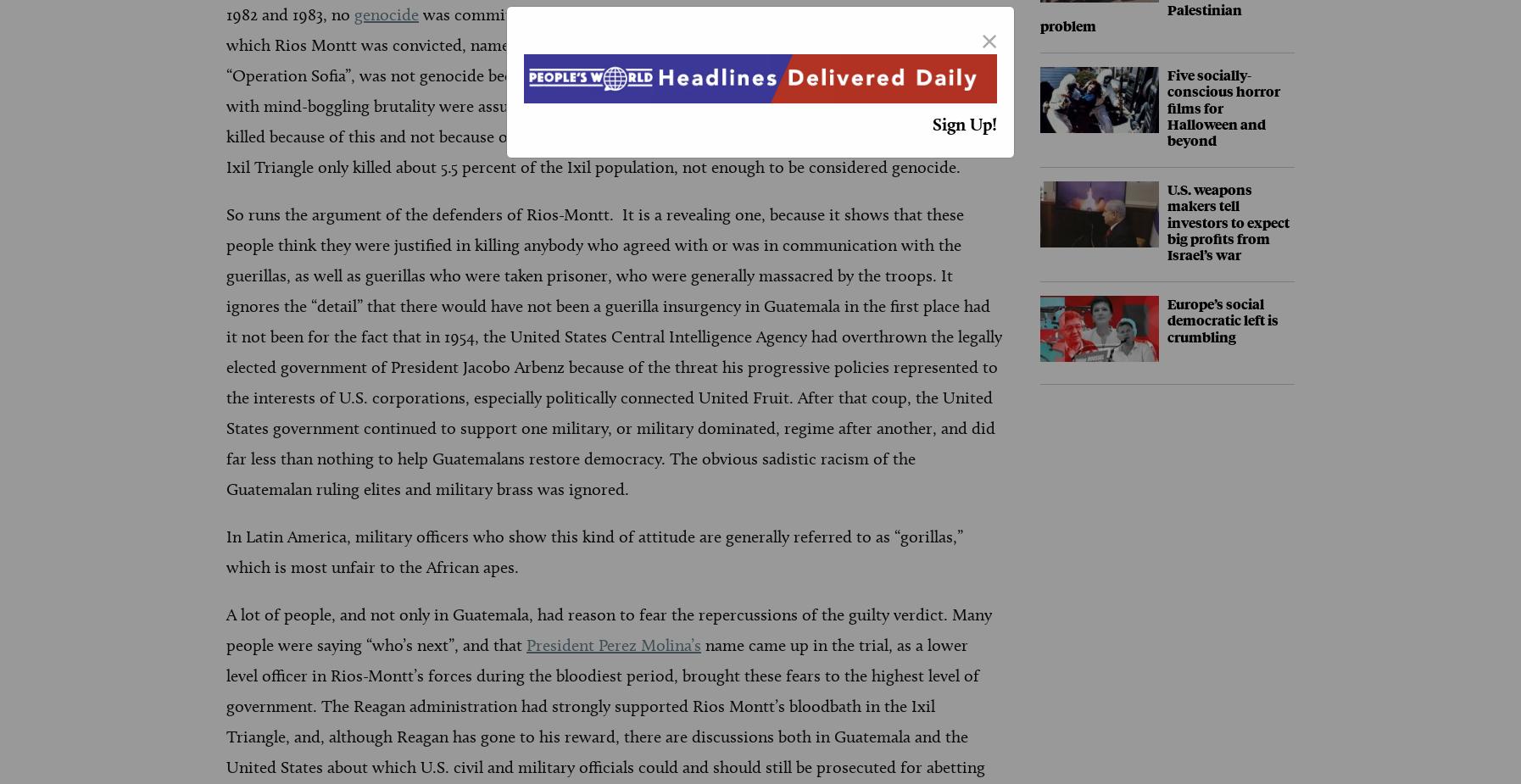  I want to click on 'was committed. The killing of perhaps 40,000 people overall, and the crime for which Rios Montt was convicted, namely the murder 1,771 of people of the Ixil Maya ethnic group in “Operation Sofia”, was not genocide because the women, children and old people who were slaughtered with mind-boggling brutality were assumed to be providing support for the guerillas in the forests and were killed because of this and not because of their ethnicity. Besides, the army unleashed by Rios-Montt on the Ixil Triangle only killed about 5.5 percent of the Ixil population, not enough to be considered genocide.', so click(614, 90).